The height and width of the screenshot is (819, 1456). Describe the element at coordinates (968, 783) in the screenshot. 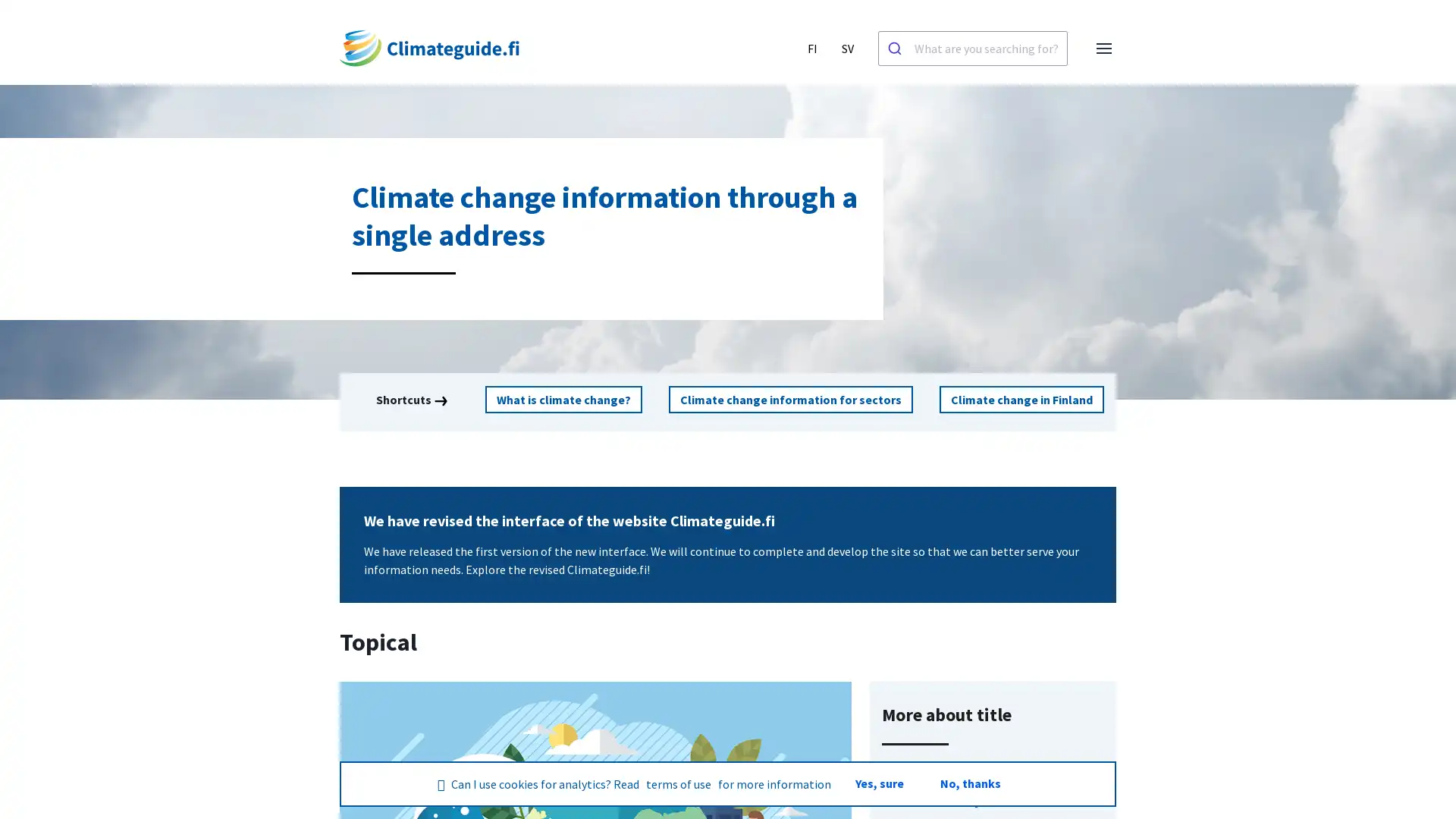

I see `No, thanks` at that location.